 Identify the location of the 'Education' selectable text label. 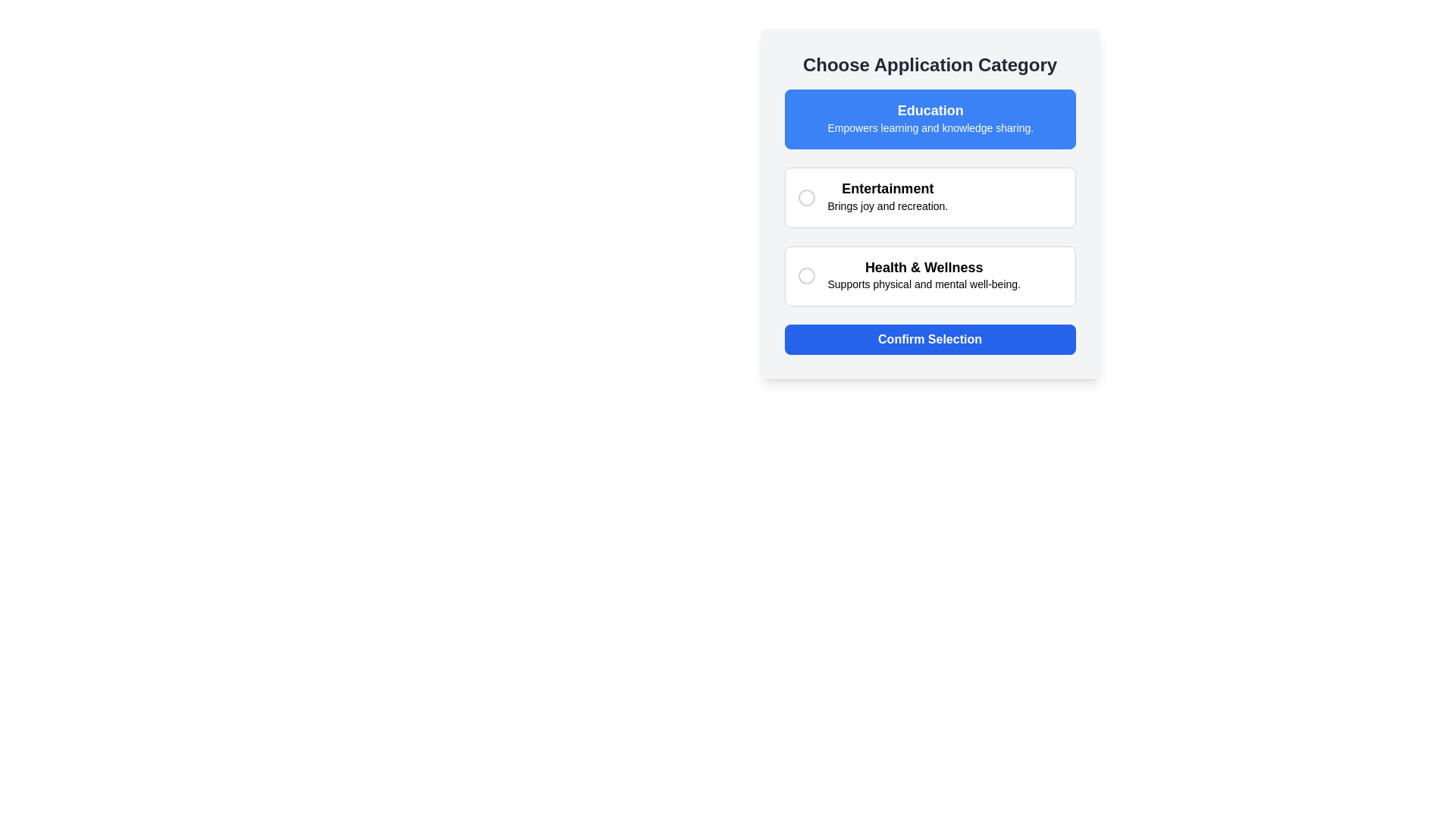
(930, 118).